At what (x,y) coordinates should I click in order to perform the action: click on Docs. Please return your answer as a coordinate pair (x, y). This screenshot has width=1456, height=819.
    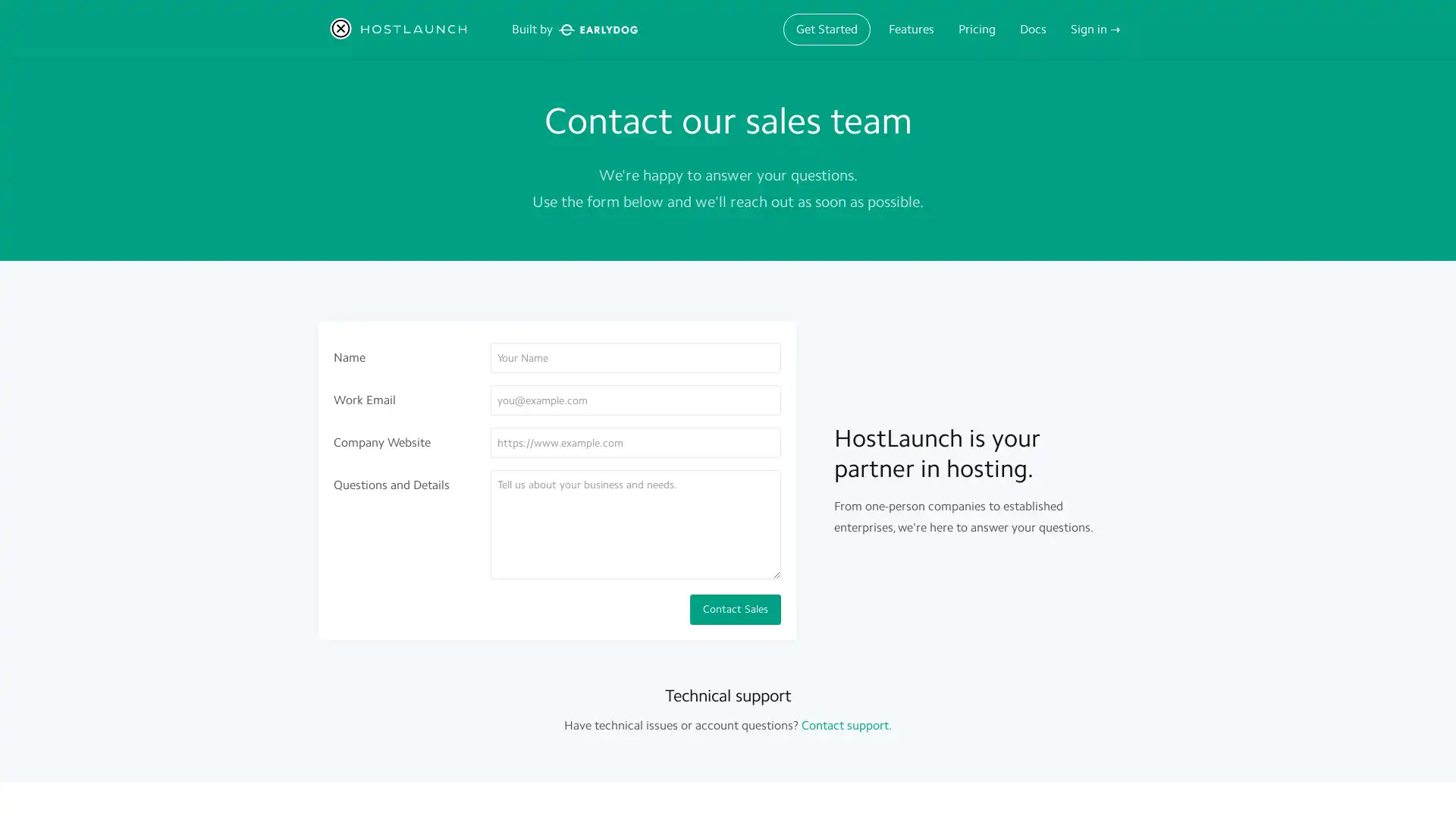
    Looking at the image, I should click on (1032, 29).